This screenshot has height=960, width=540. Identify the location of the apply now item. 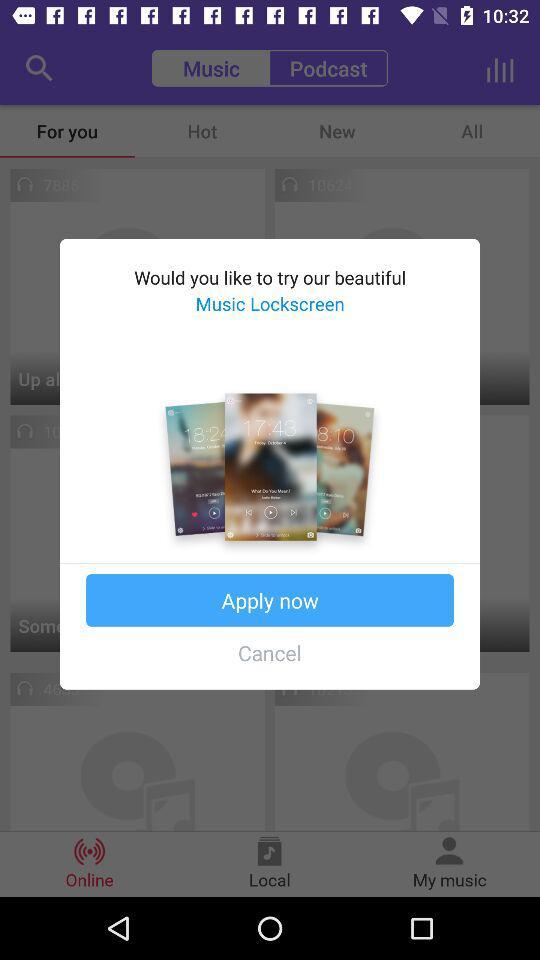
(270, 600).